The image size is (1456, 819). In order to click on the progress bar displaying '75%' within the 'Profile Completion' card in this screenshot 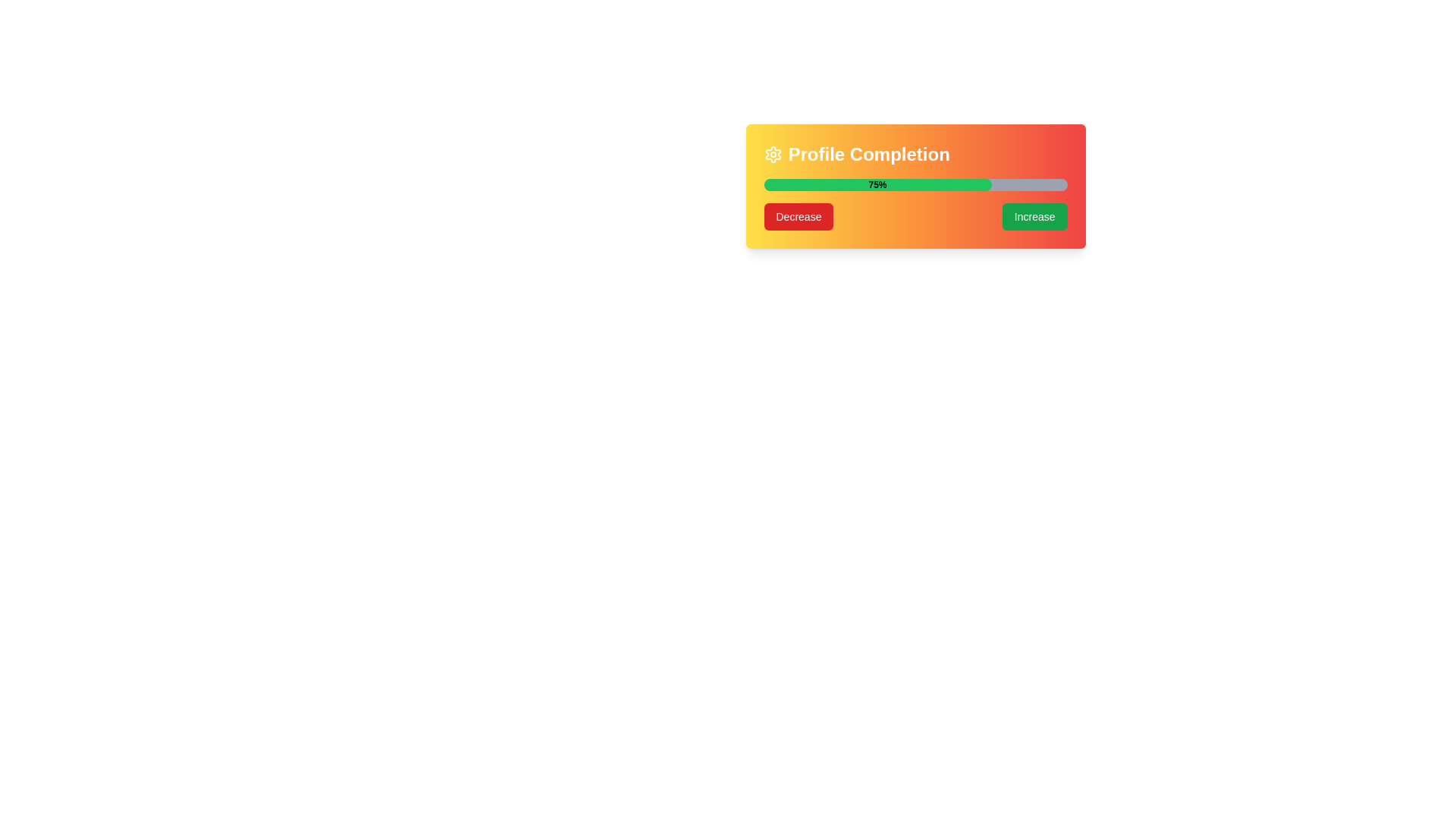, I will do `click(915, 184)`.